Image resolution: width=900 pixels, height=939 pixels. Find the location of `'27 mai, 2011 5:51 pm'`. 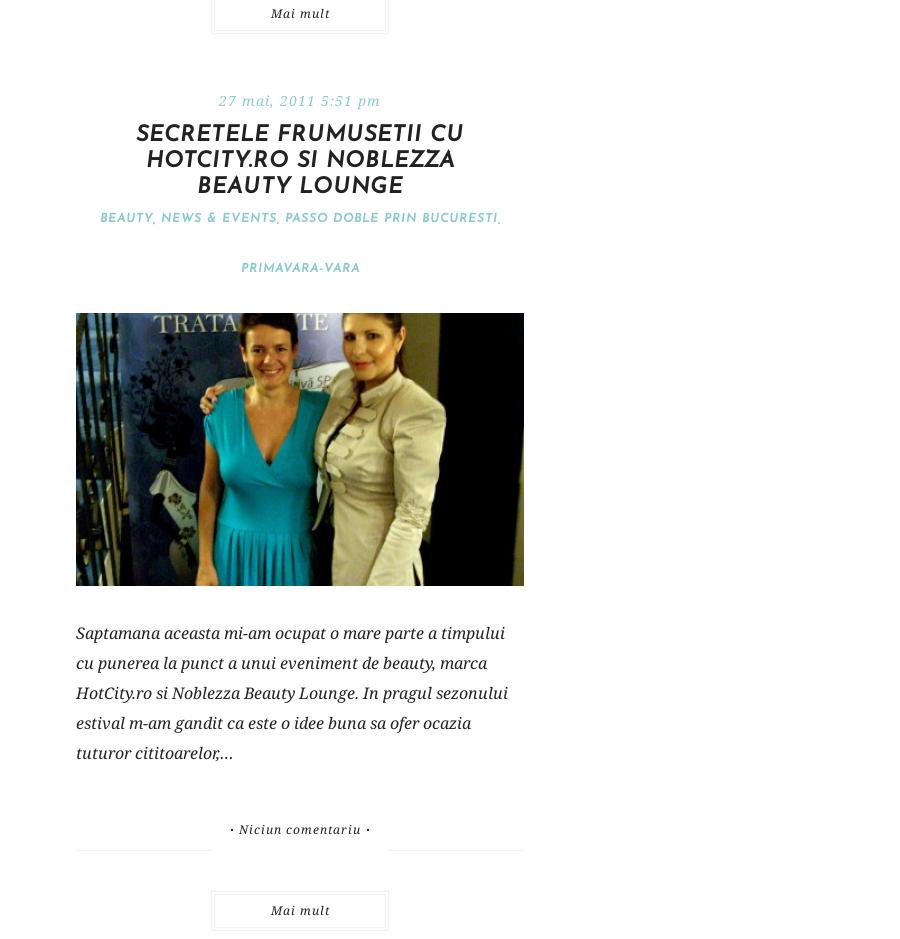

'27 mai, 2011 5:51 pm' is located at coordinates (298, 100).